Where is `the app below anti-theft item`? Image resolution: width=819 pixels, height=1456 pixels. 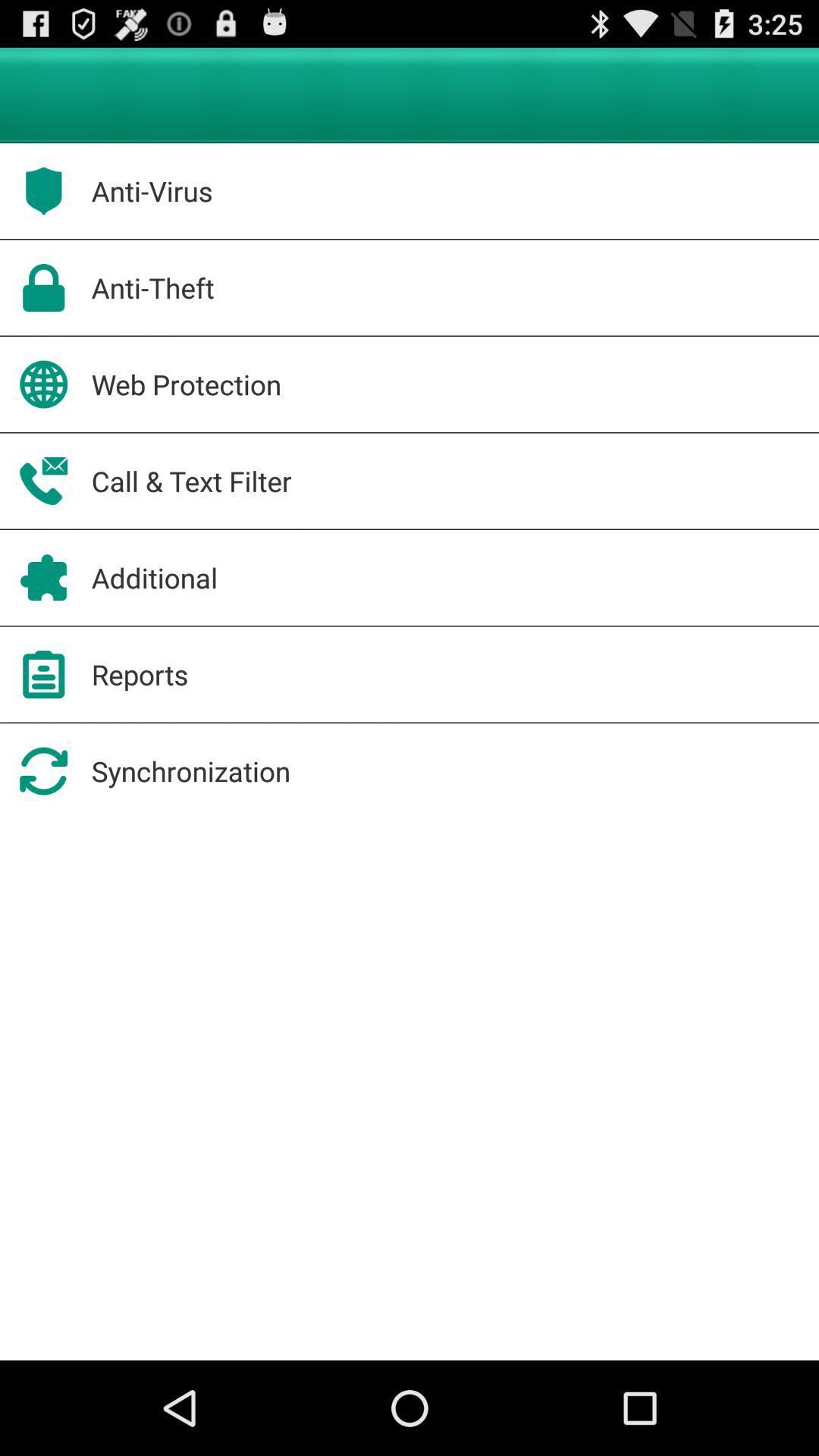 the app below anti-theft item is located at coordinates (186, 384).